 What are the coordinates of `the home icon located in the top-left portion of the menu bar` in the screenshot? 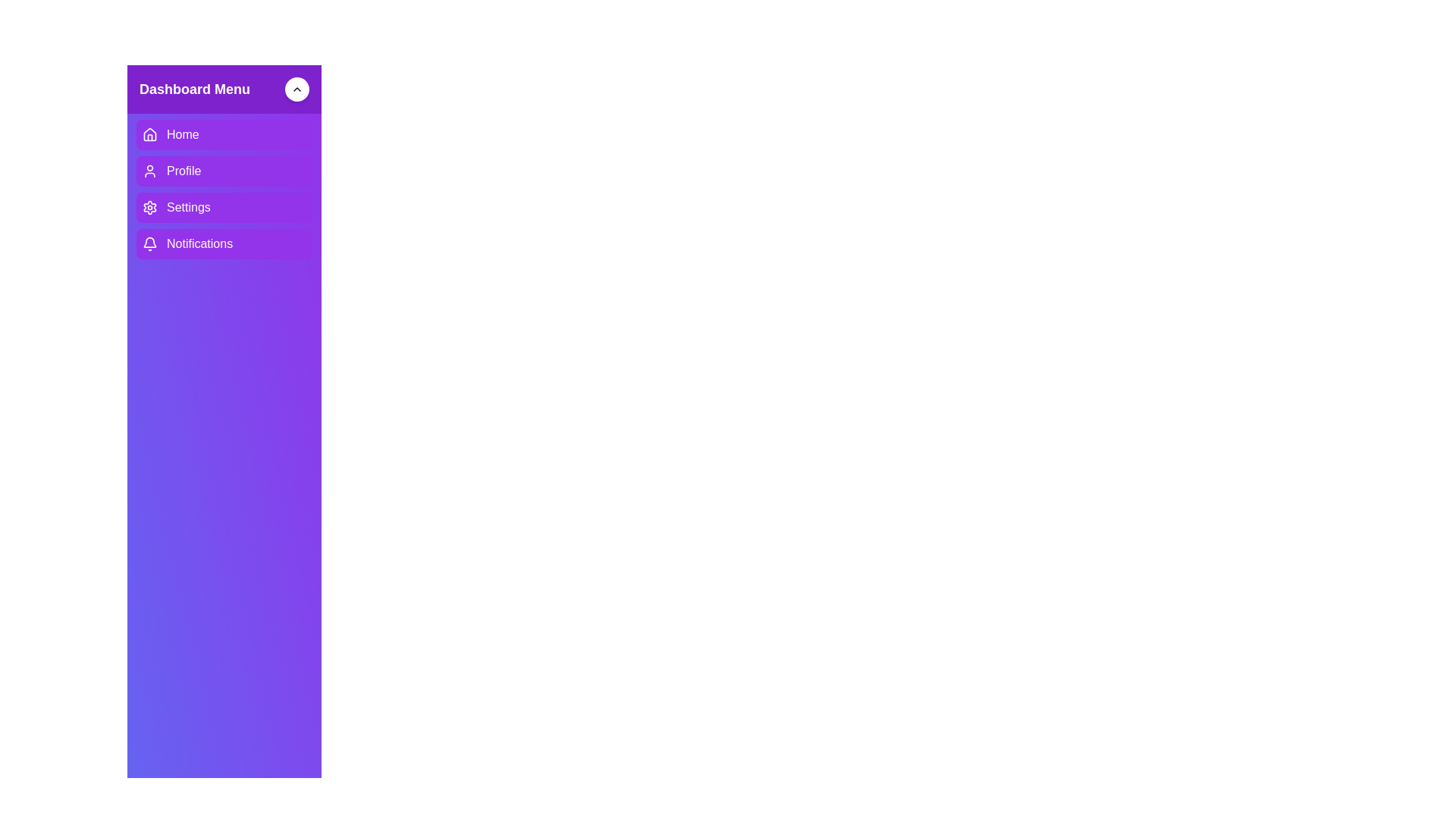 It's located at (149, 133).